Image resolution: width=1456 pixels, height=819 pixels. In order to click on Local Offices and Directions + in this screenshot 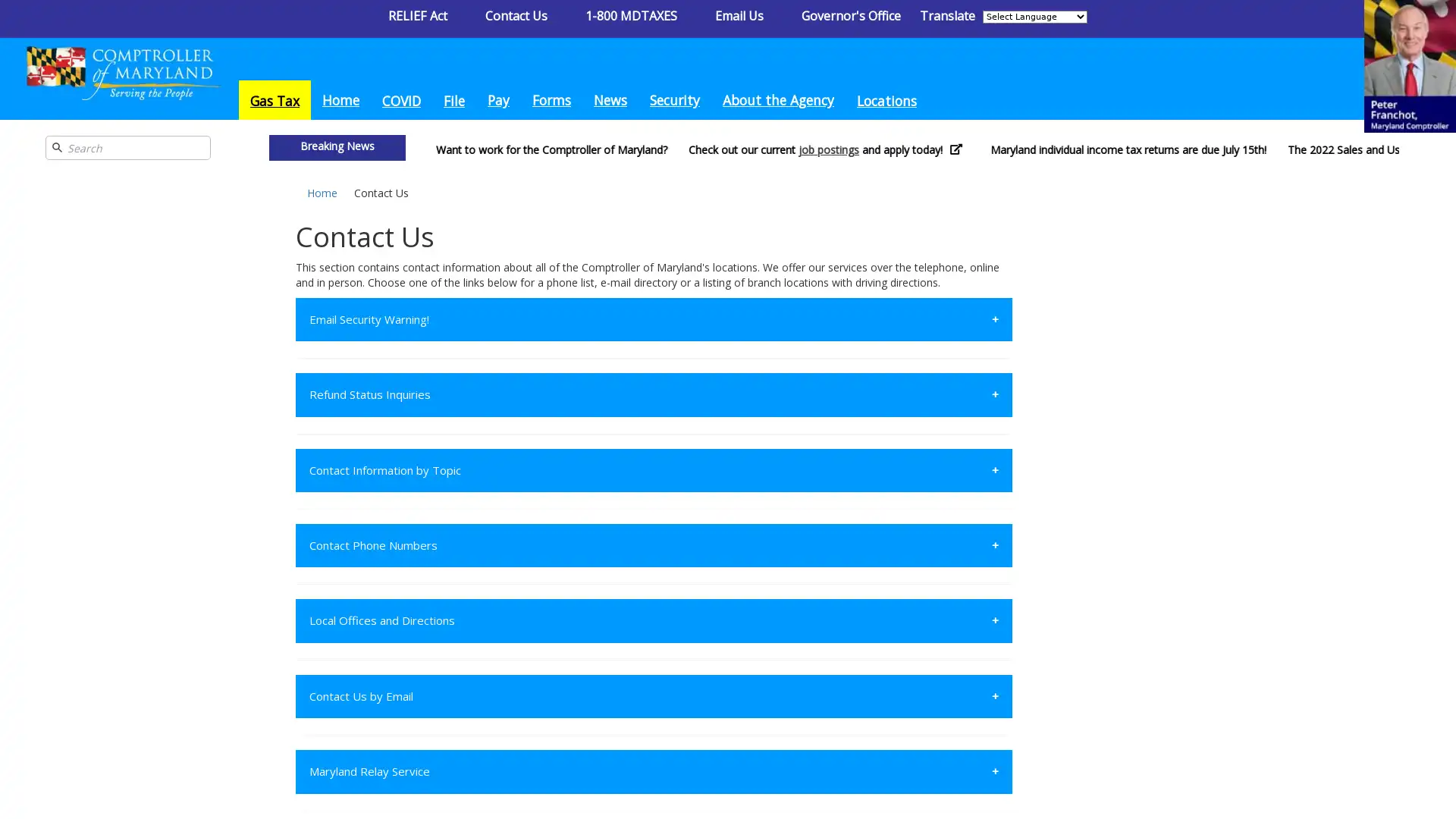, I will do `click(654, 620)`.